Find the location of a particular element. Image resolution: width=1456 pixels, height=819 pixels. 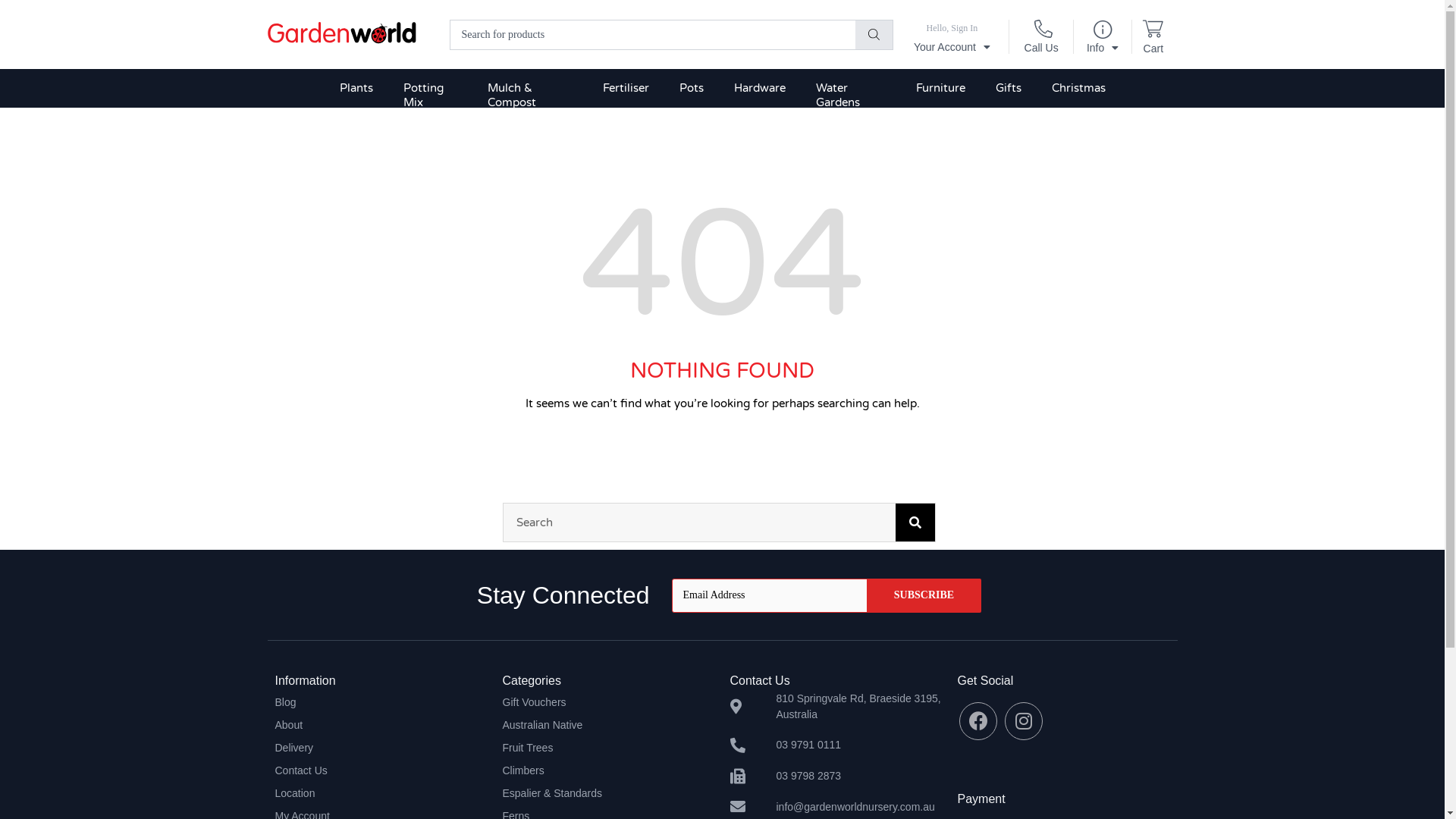

'Facebook' is located at coordinates (978, 720).